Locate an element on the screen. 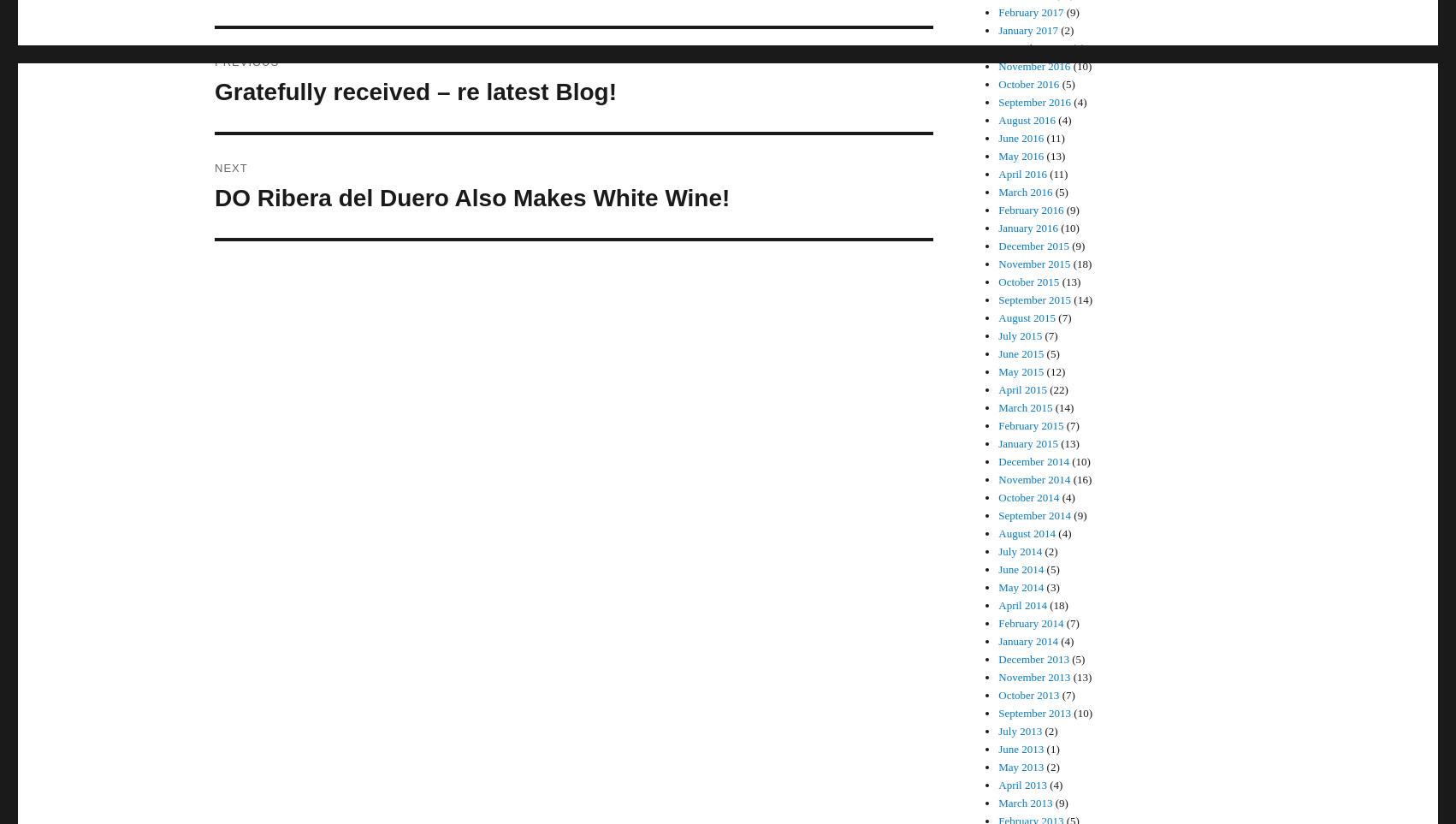  'April 2014' is located at coordinates (1021, 604).